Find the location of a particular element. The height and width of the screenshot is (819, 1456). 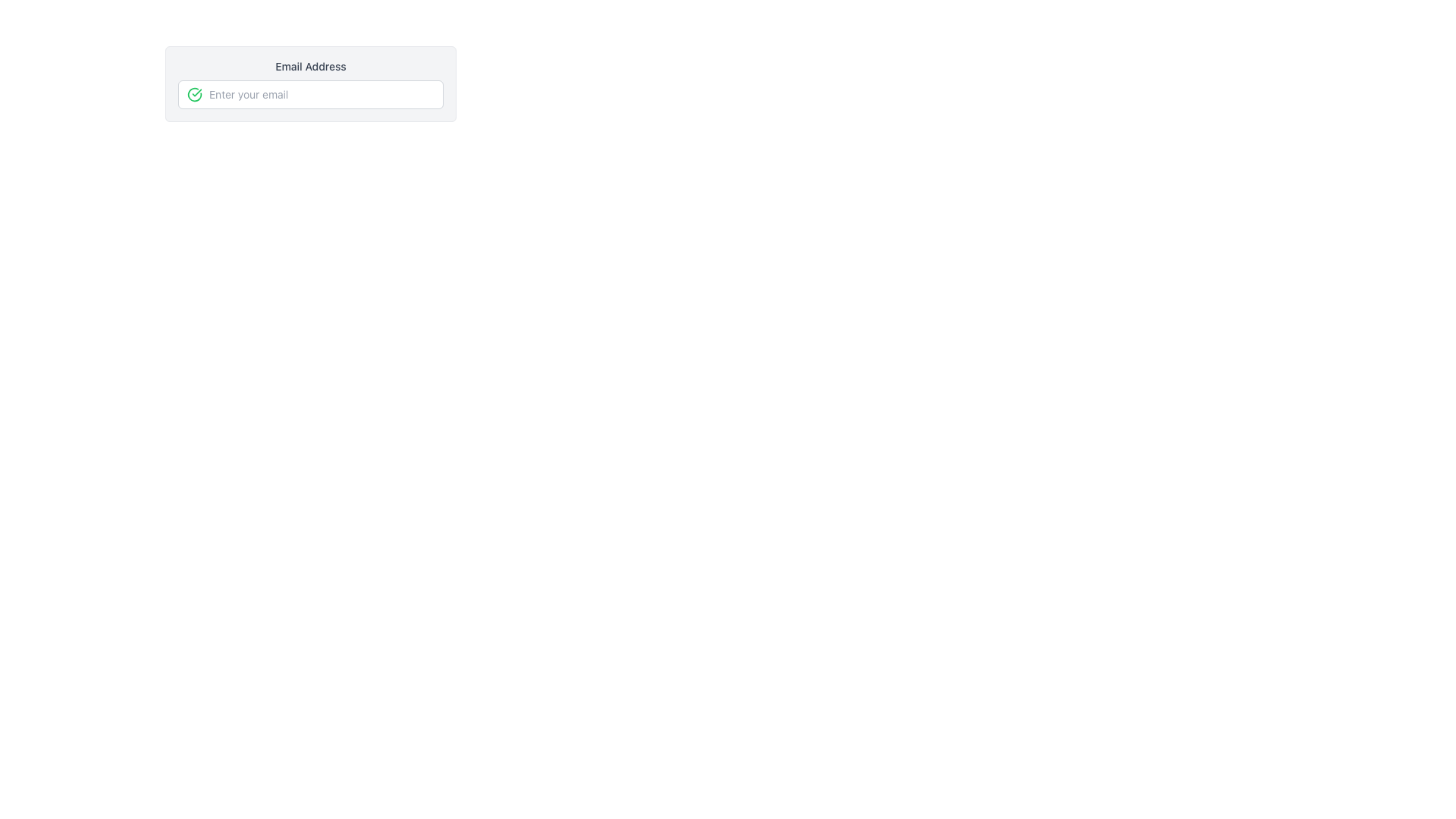

the validation icon located to the left of the email input field, which indicates successful validation of the email input is located at coordinates (194, 94).